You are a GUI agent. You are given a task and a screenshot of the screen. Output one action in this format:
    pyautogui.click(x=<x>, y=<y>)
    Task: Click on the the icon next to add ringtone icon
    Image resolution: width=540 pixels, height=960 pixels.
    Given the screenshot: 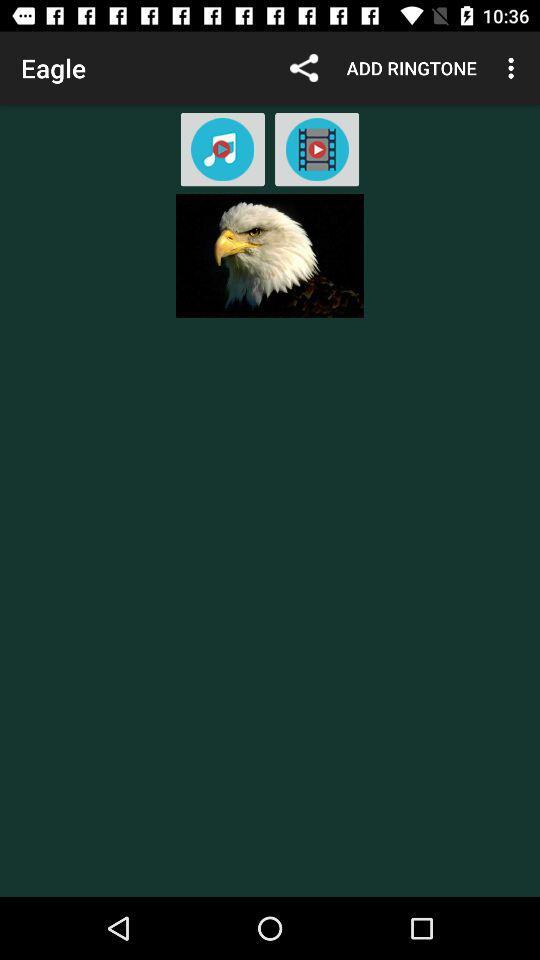 What is the action you would take?
    pyautogui.click(x=303, y=68)
    